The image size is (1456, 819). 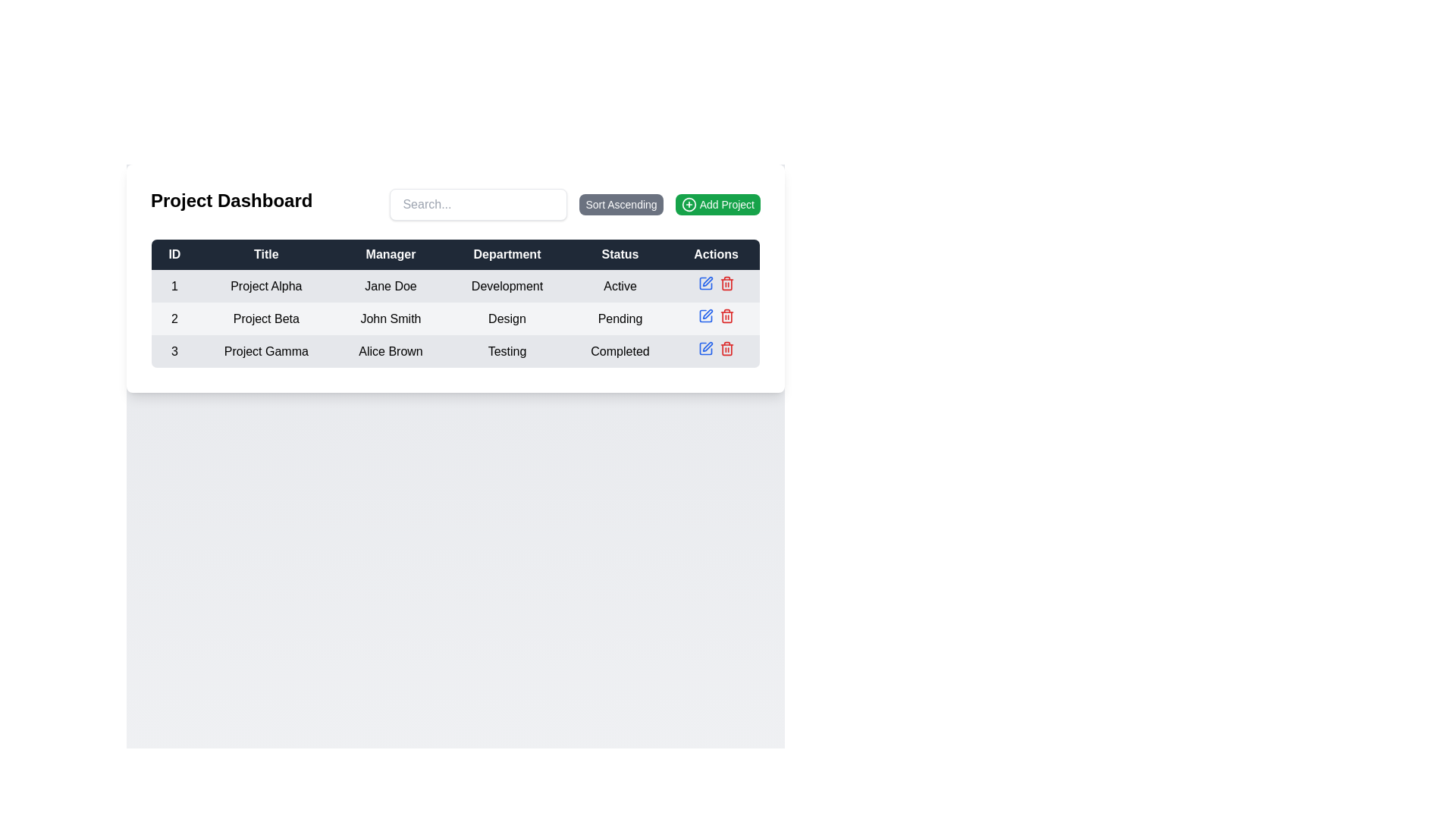 I want to click on the leftmost icon button in the 'Actions' column of the third row of the table, which is intended for editing entries, so click(x=707, y=347).